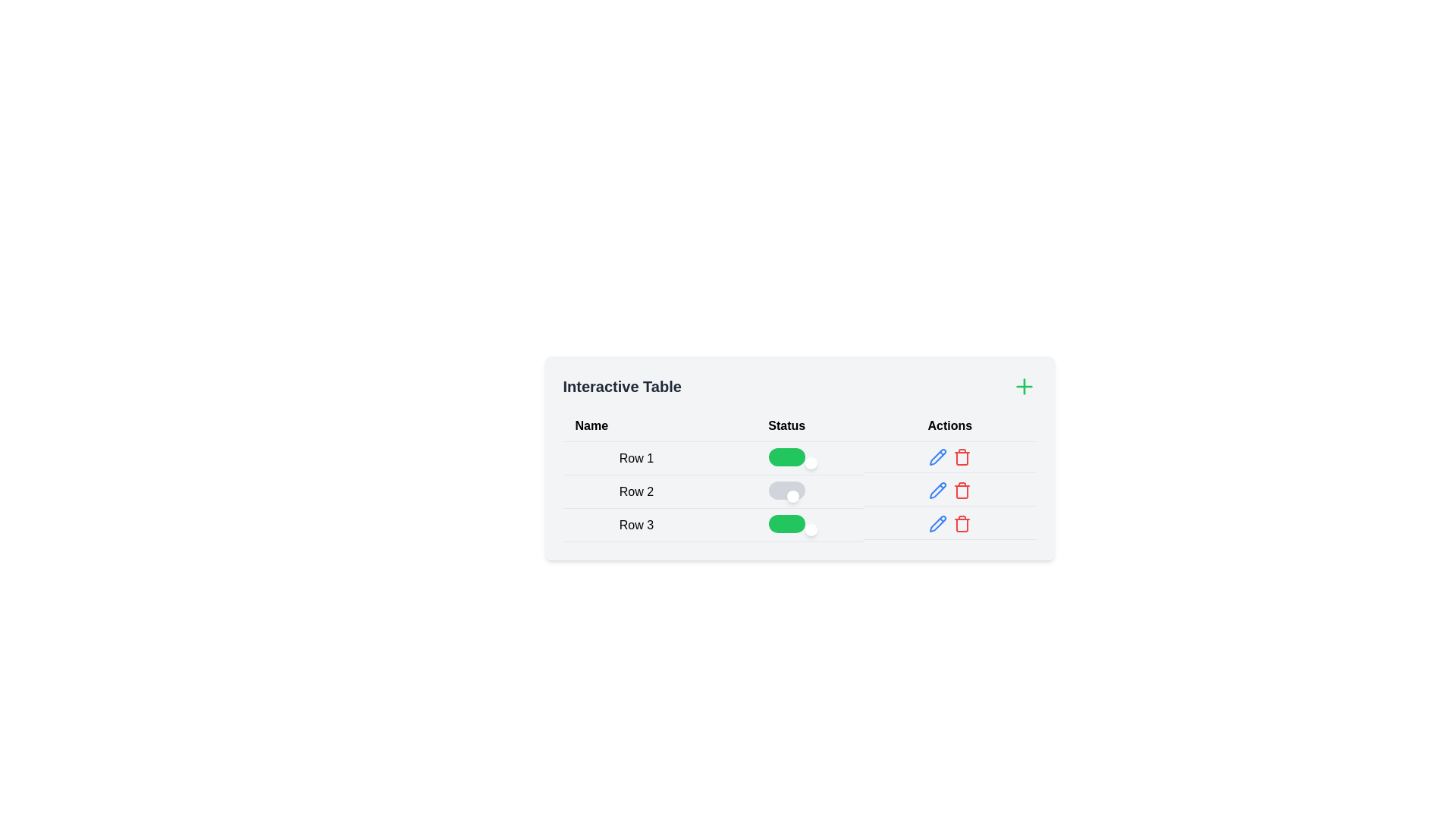  Describe the element at coordinates (810, 462) in the screenshot. I see `the toggle switch knob located in the 'Status' column of 'Row 1'` at that location.